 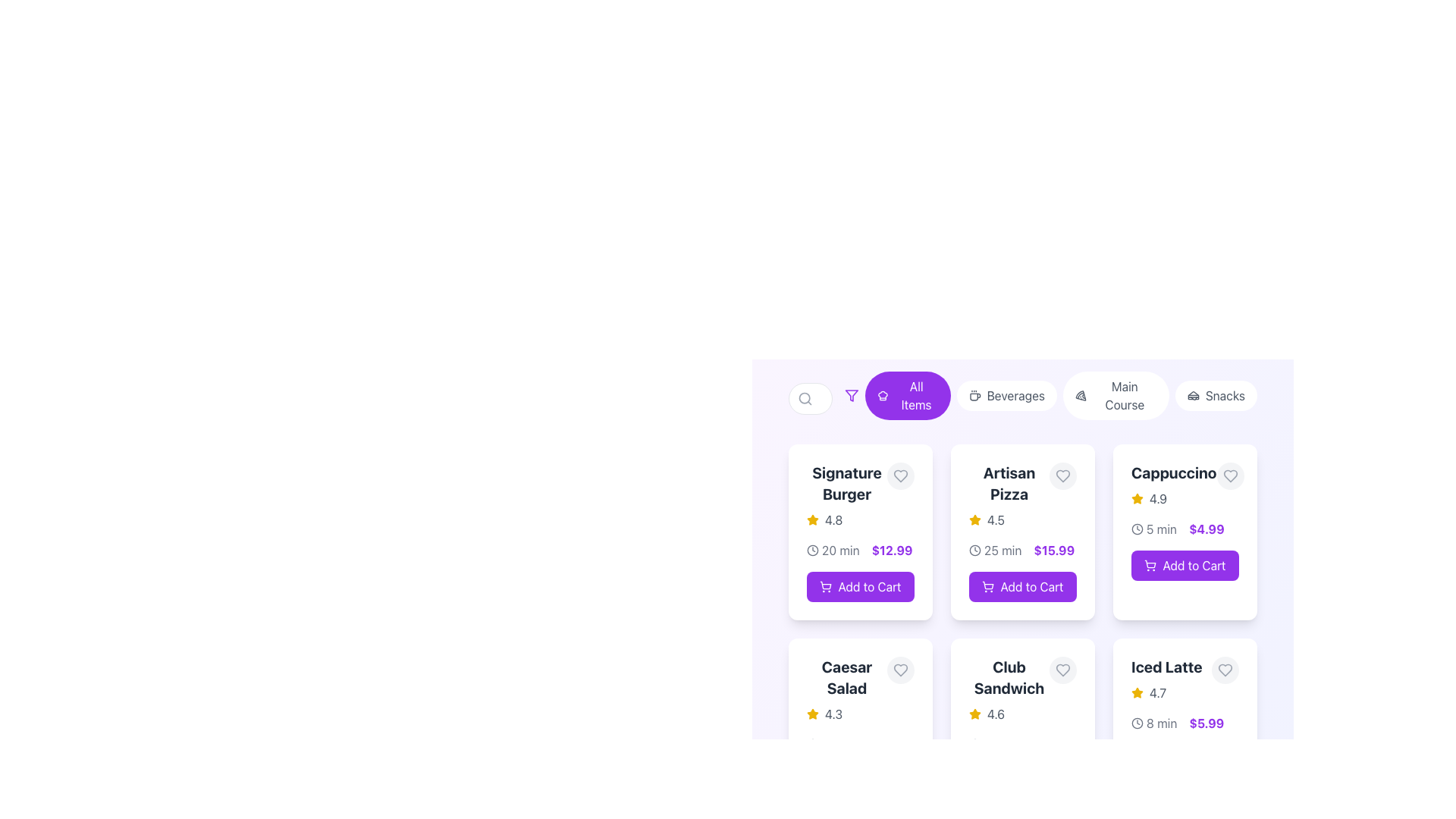 What do you see at coordinates (1009, 690) in the screenshot?
I see `text content 'Club Sandwich' and its rating '4.6' from the text label with a yellow star icon, located in the third row and second column of the menu items grid layout` at bounding box center [1009, 690].